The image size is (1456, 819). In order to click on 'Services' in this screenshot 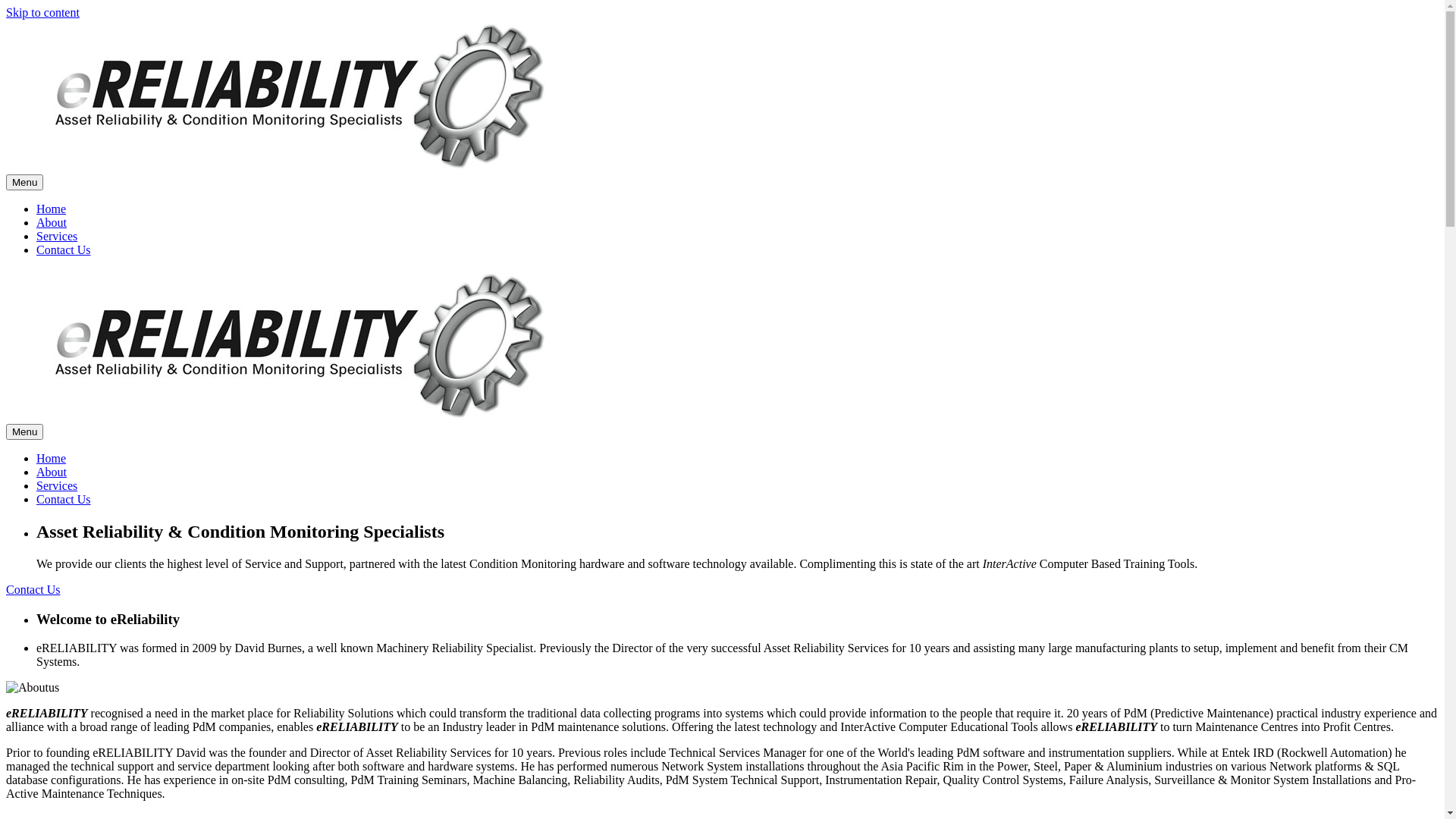, I will do `click(57, 485)`.